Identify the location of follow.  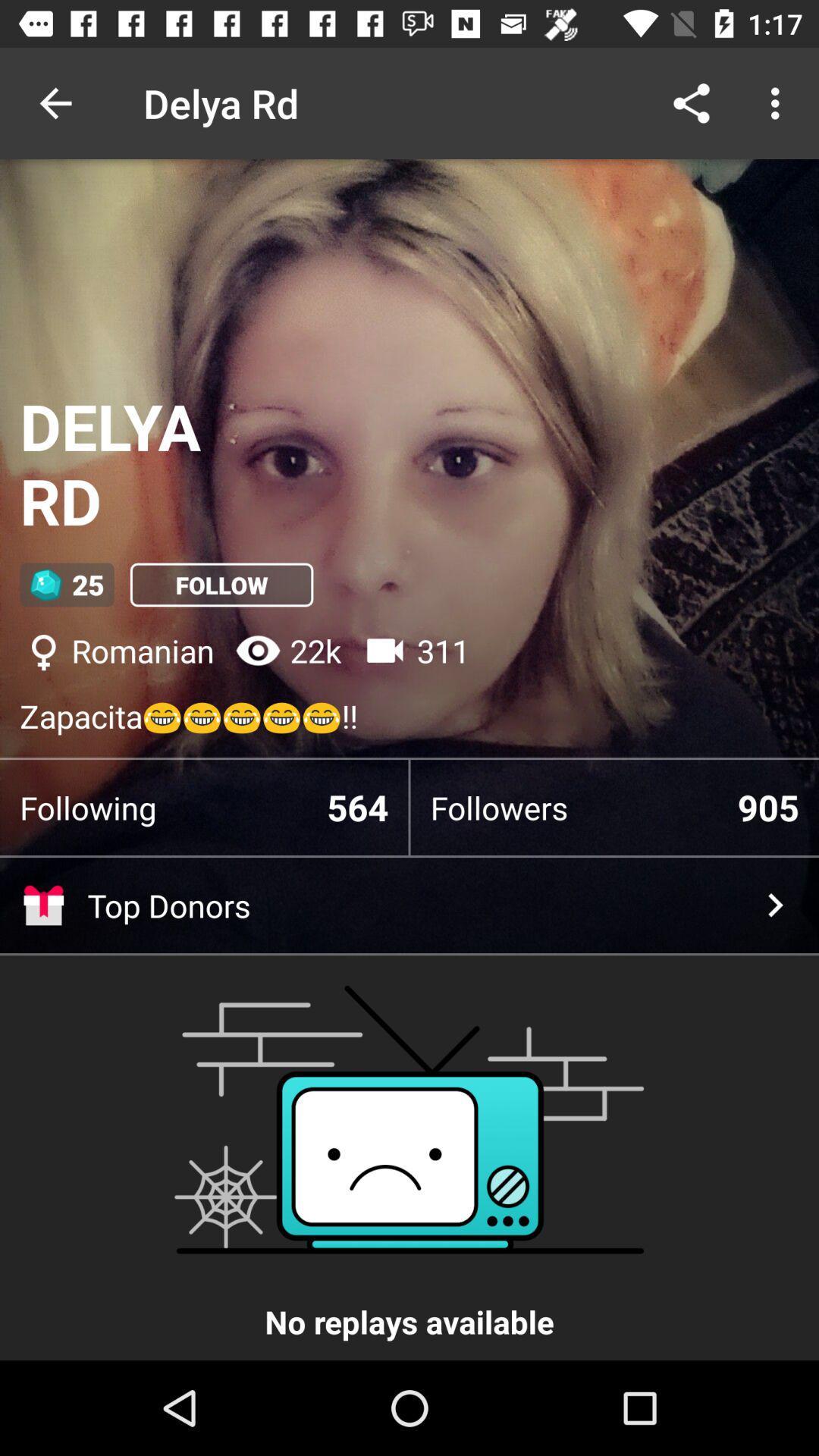
(221, 584).